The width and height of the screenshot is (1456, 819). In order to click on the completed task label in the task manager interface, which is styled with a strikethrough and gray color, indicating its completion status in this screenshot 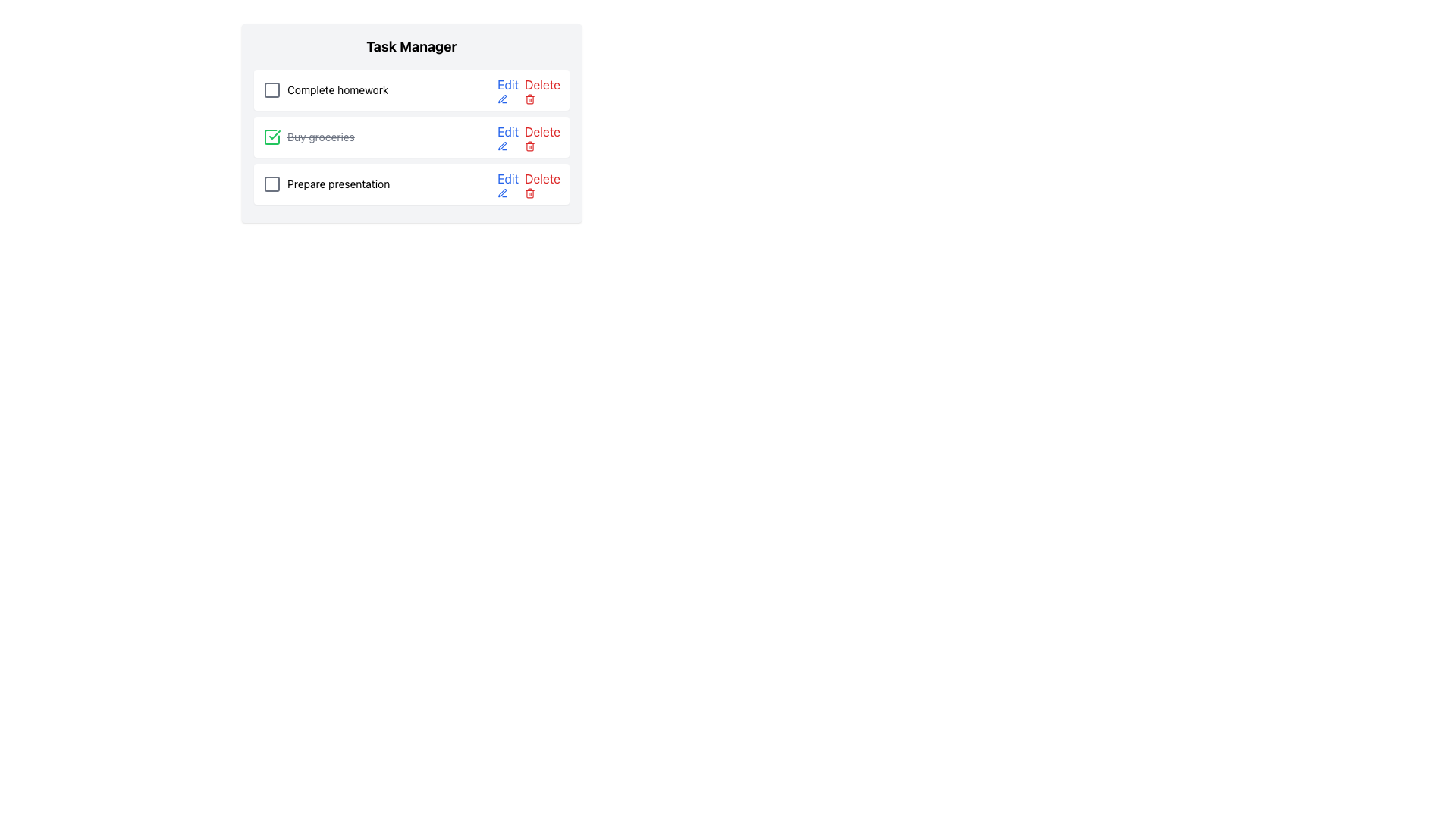, I will do `click(320, 137)`.